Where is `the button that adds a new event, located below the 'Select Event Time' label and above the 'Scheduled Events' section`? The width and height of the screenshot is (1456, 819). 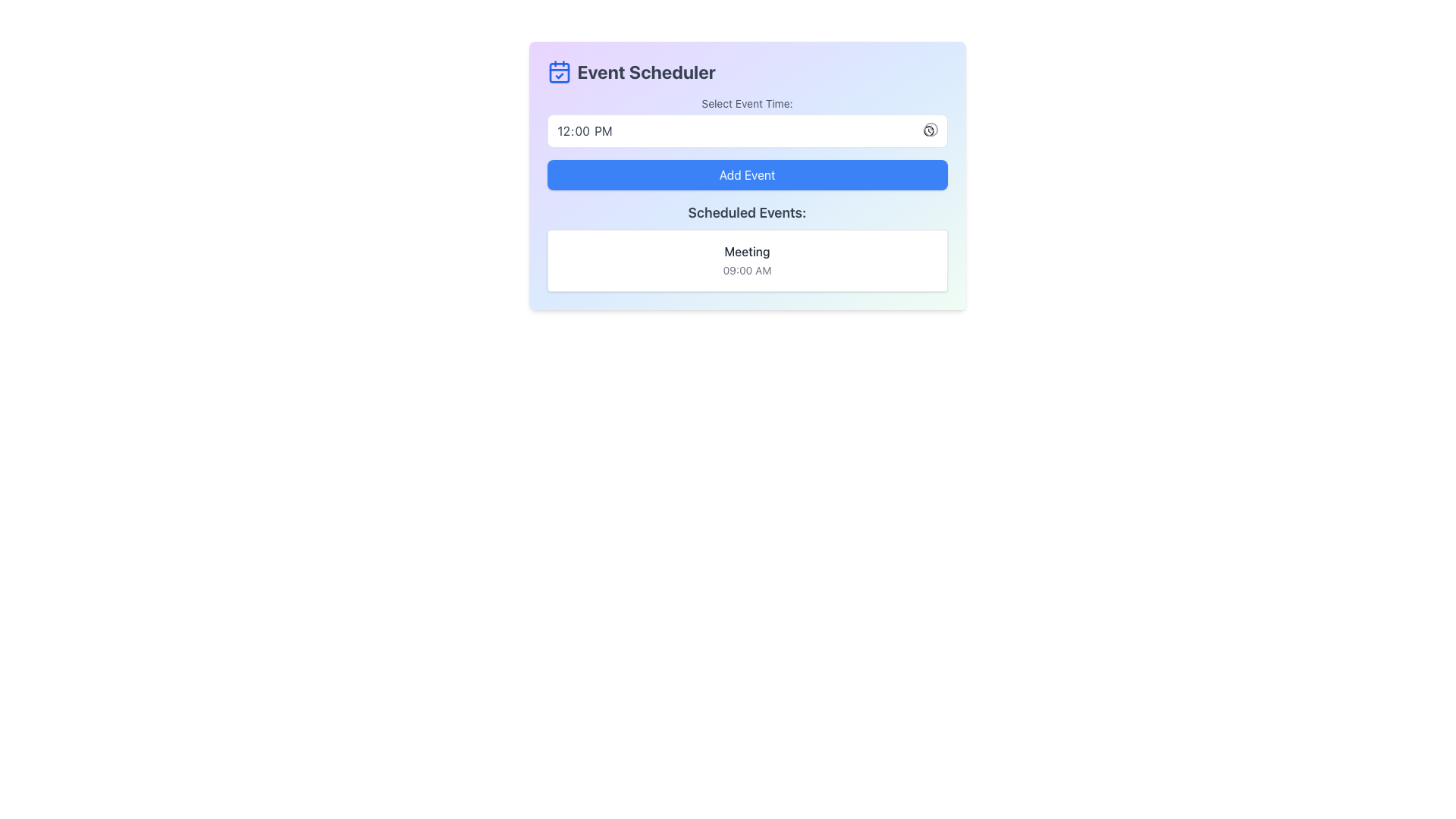 the button that adds a new event, located below the 'Select Event Time' label and above the 'Scheduled Events' section is located at coordinates (747, 174).